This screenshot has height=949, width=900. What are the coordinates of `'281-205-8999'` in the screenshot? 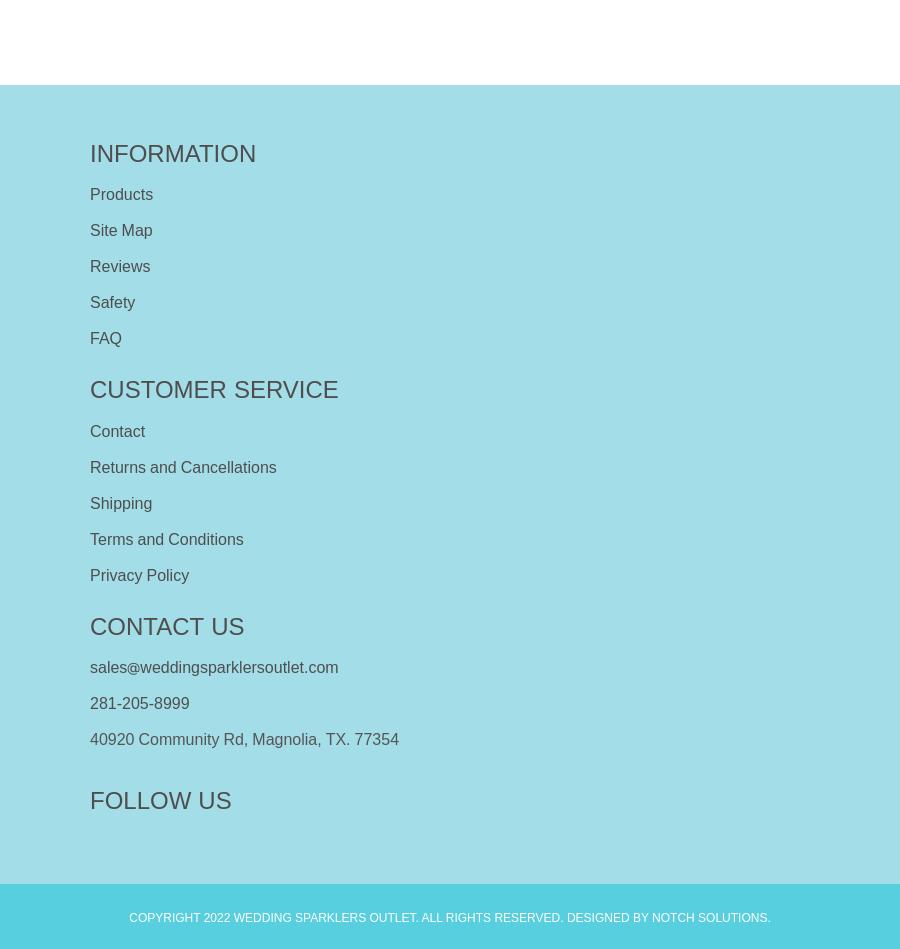 It's located at (89, 703).